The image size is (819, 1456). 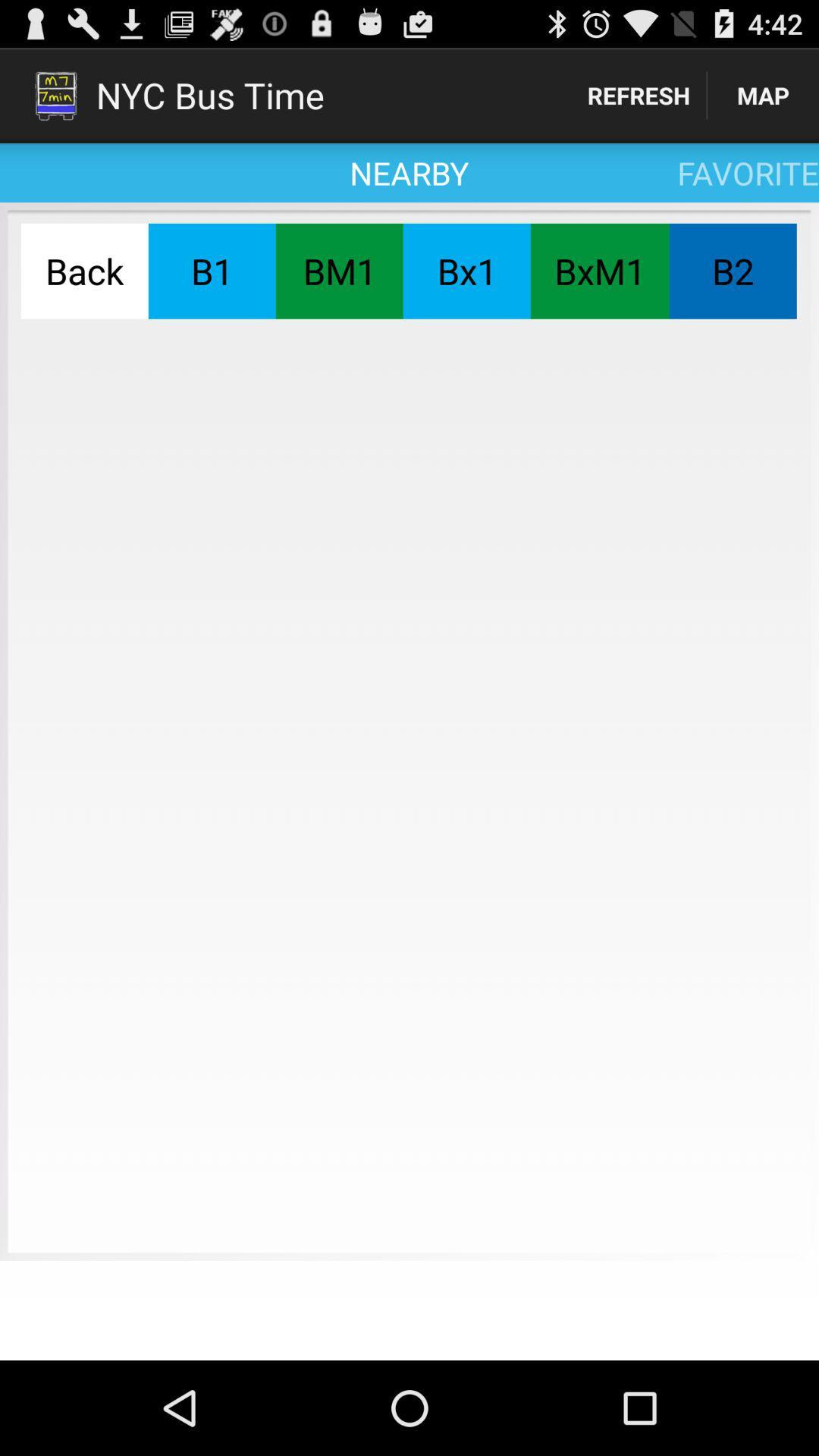 I want to click on the button to the left of the bm1, so click(x=212, y=271).